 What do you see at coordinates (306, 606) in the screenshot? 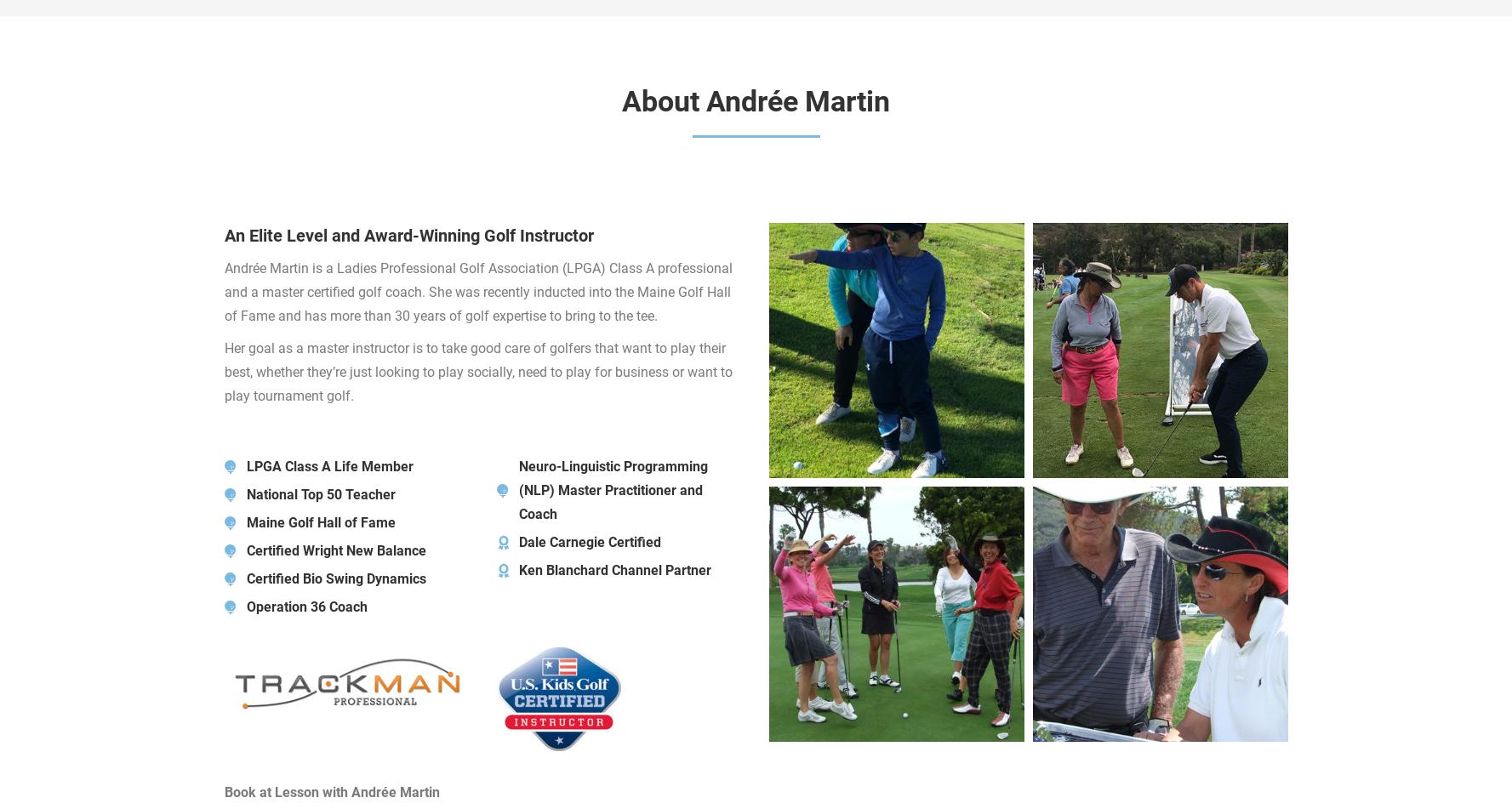
I see `'Operation 36 Coach'` at bounding box center [306, 606].